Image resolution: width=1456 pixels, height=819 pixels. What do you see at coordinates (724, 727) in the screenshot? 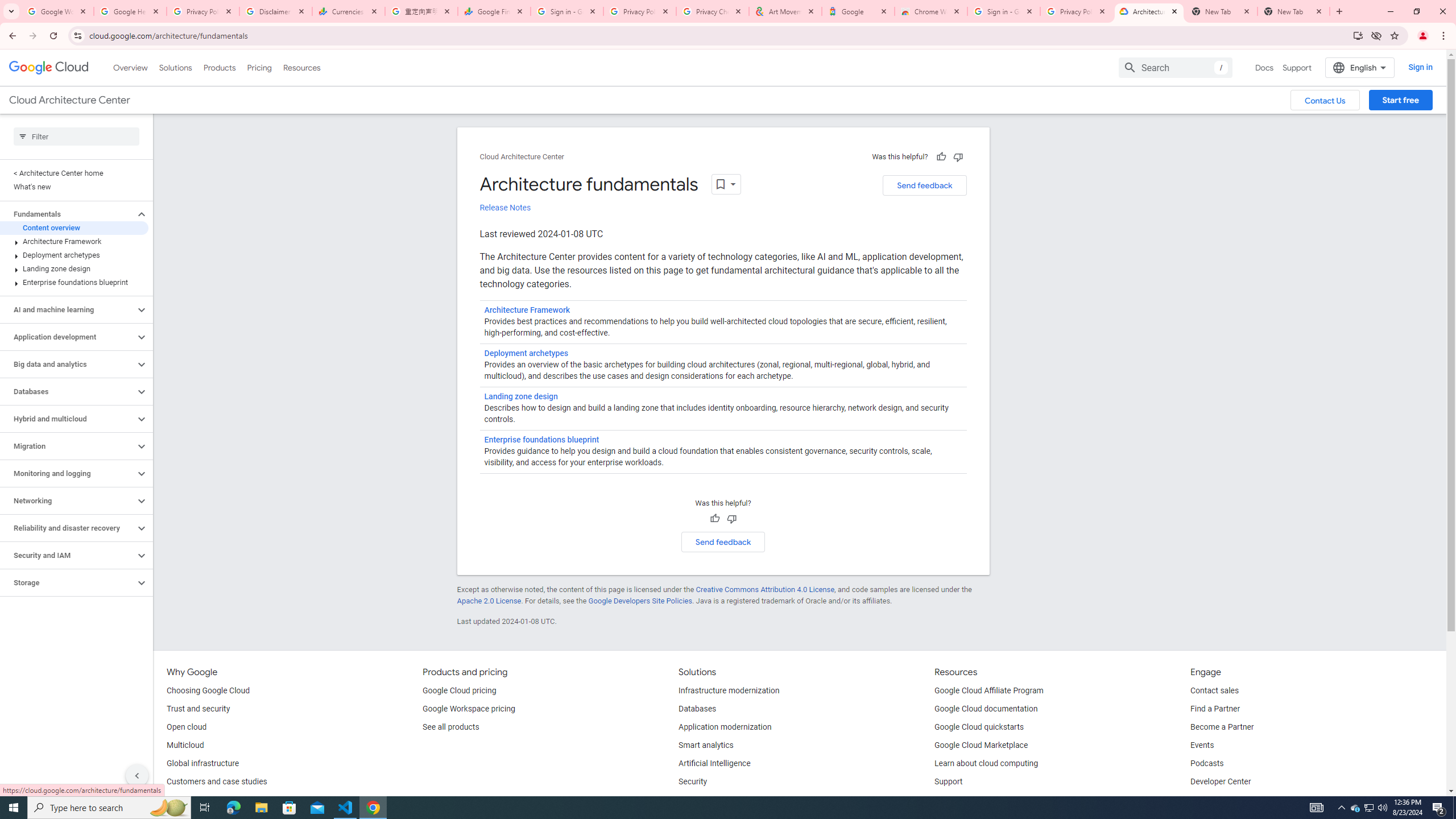
I see `'Application modernization'` at bounding box center [724, 727].